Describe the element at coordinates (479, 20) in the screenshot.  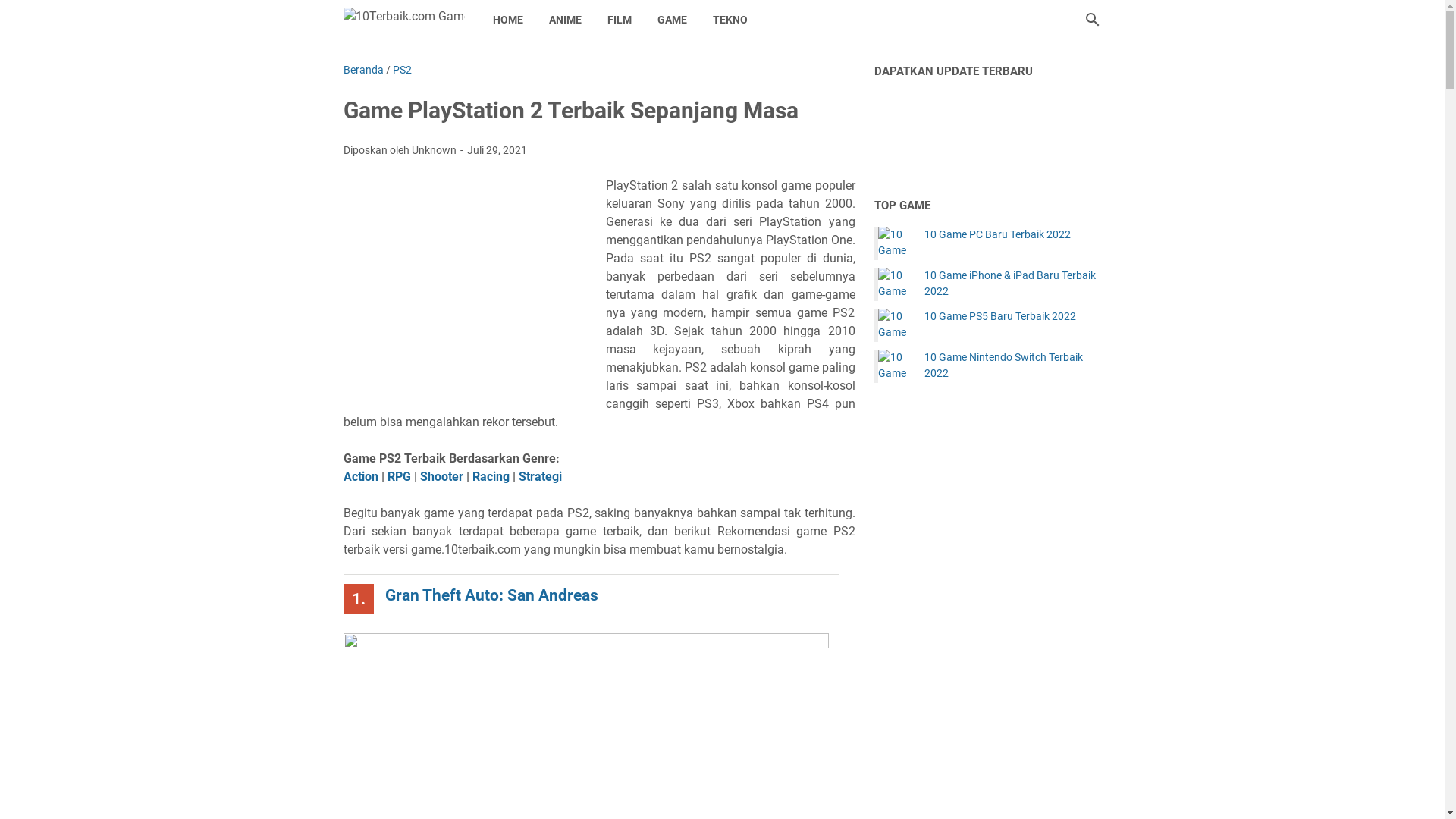
I see `'HOME'` at that location.